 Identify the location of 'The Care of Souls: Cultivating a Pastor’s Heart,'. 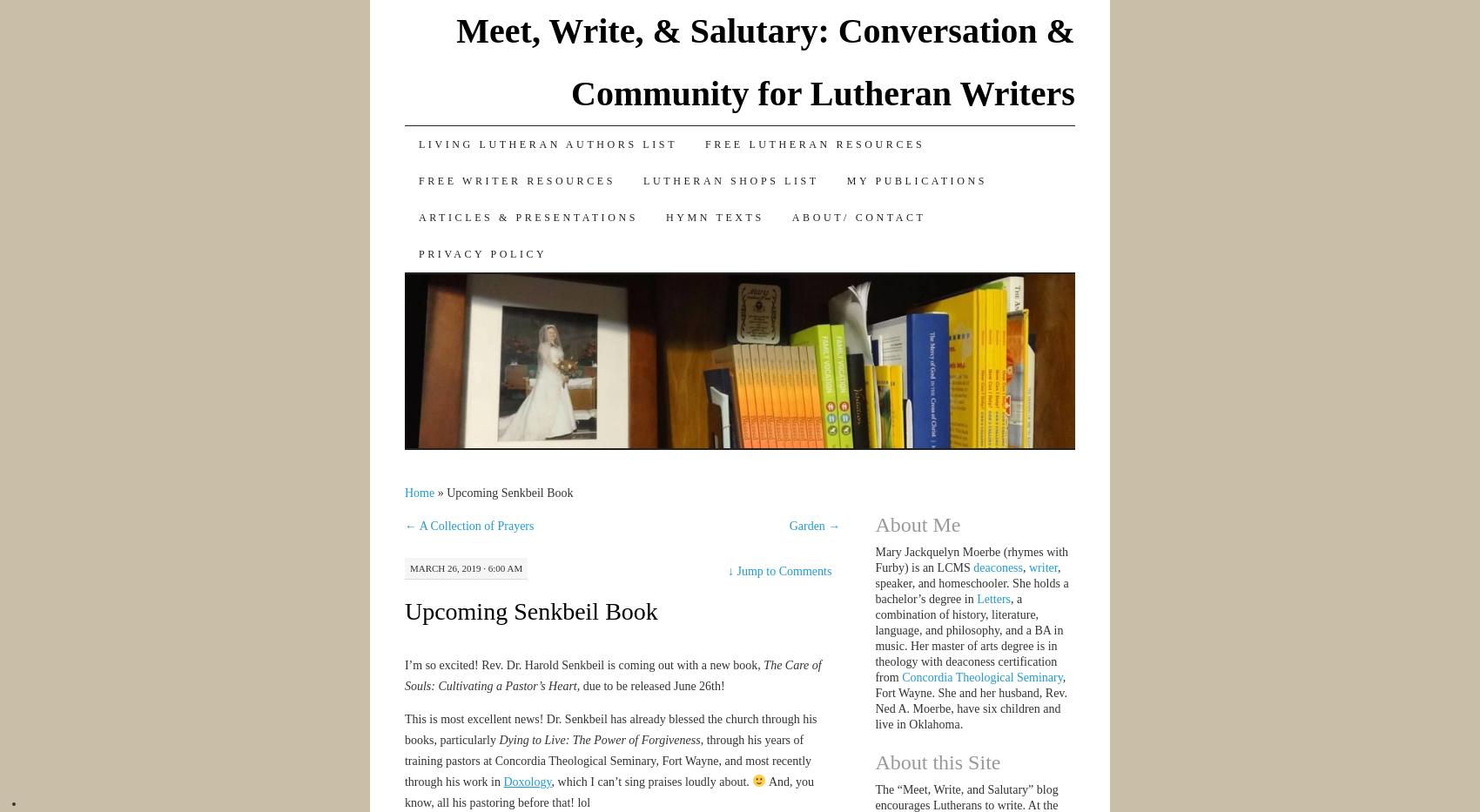
(612, 674).